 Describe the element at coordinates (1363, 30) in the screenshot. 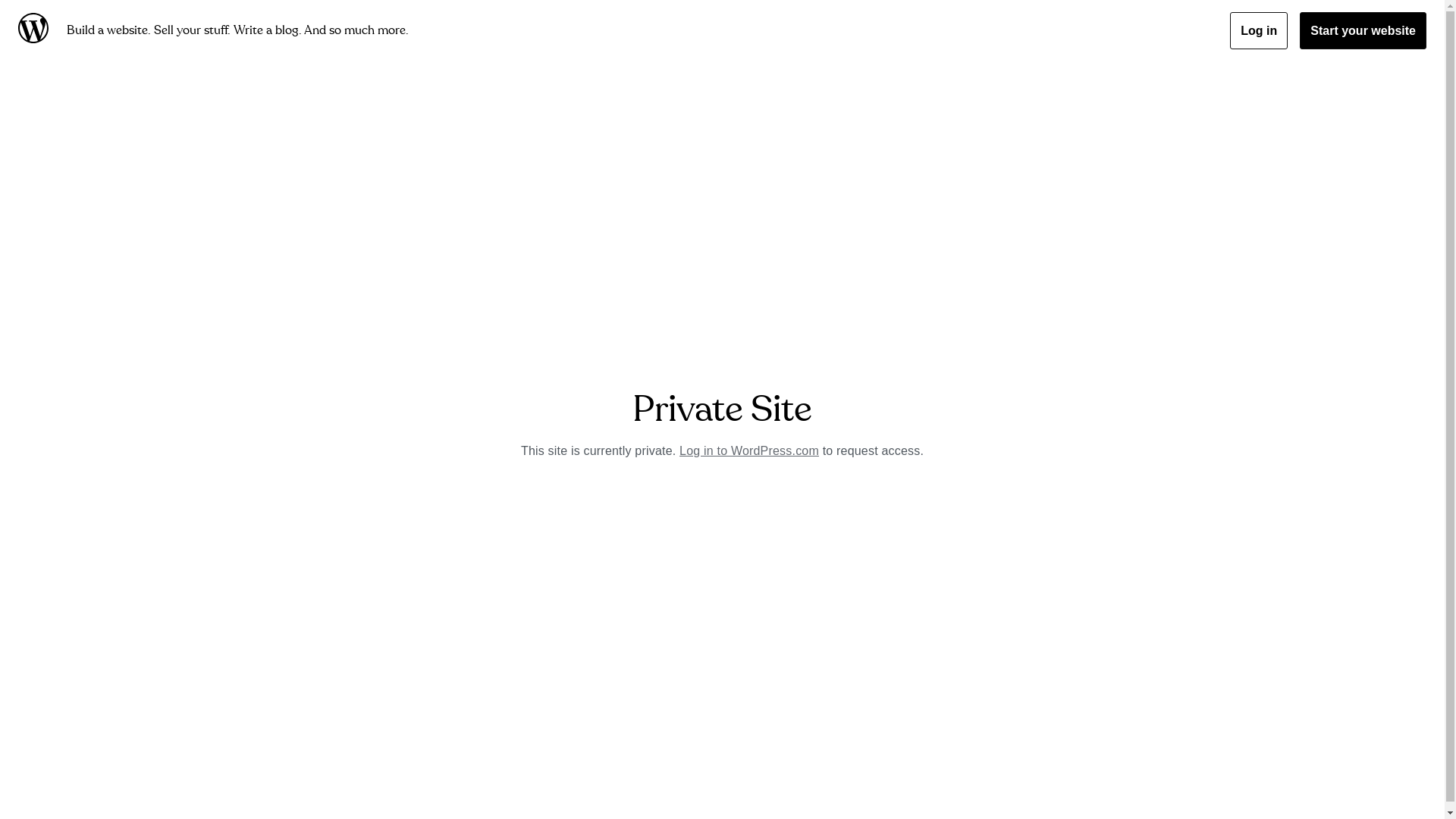

I see `'Start your website'` at that location.